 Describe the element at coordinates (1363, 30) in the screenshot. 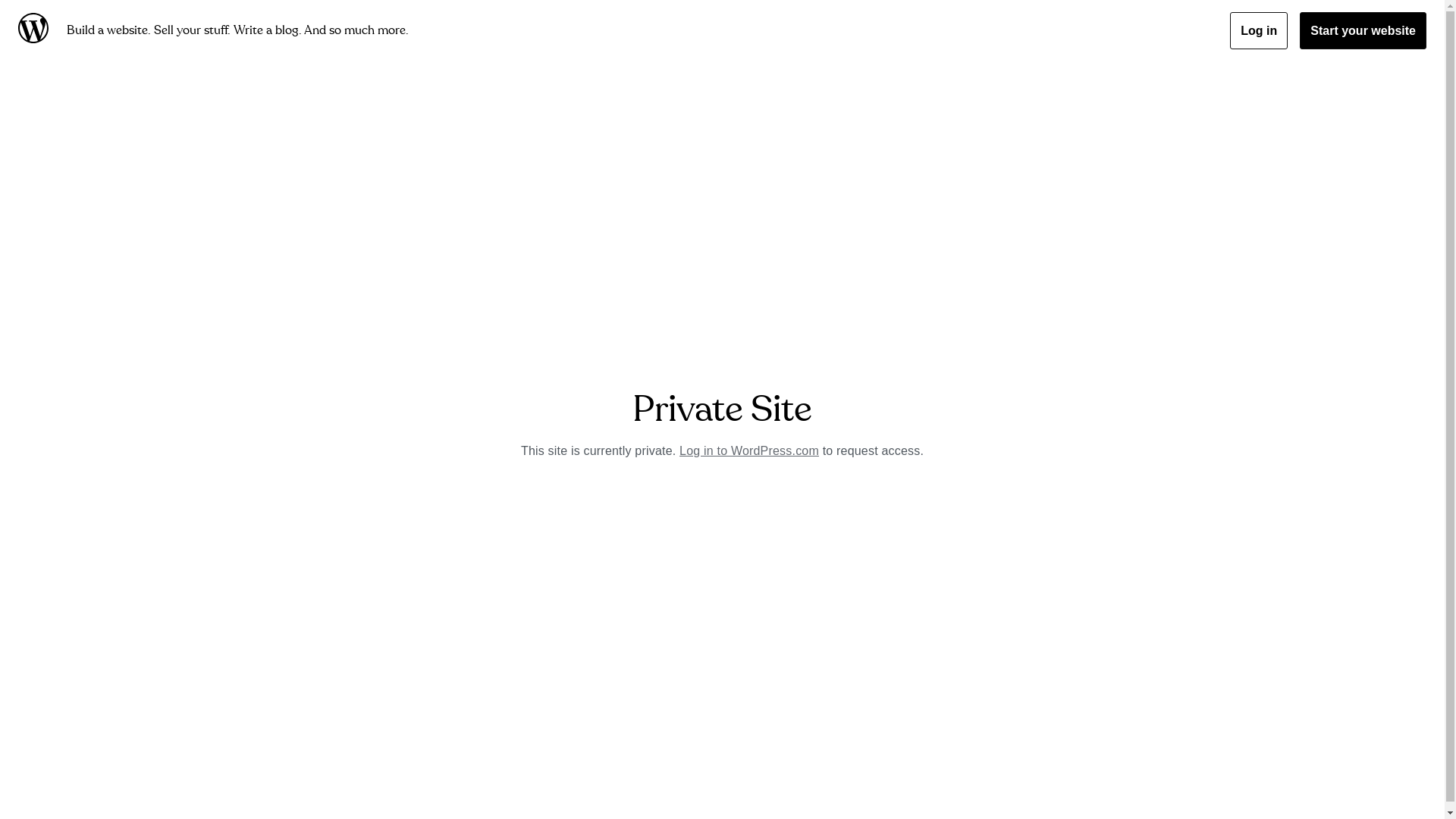

I see `'Start your website'` at that location.